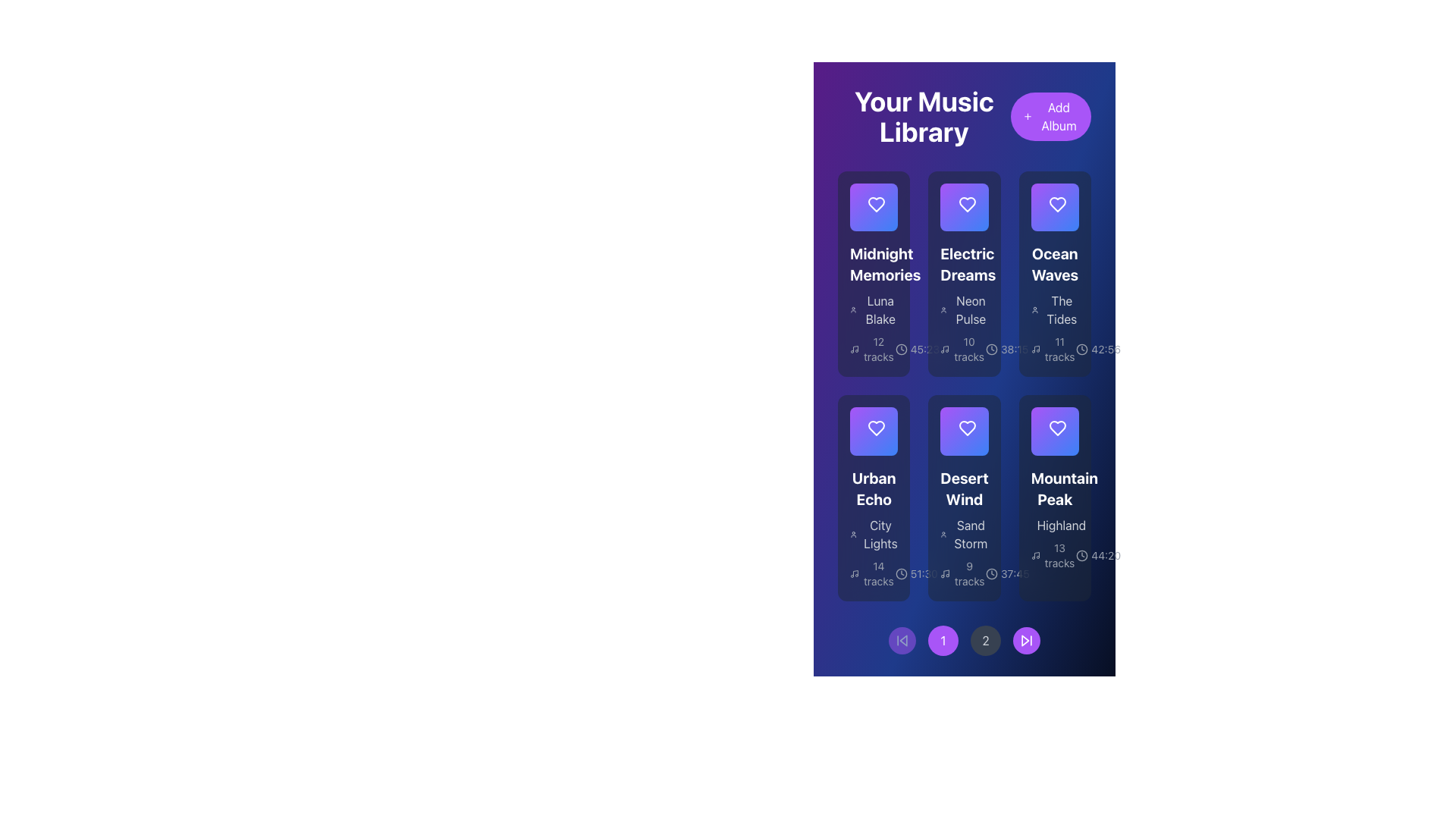 The width and height of the screenshot is (1456, 819). Describe the element at coordinates (874, 533) in the screenshot. I see `the Text label that serves as a secondary title for the album, located under 'Urban Echo' and above the track information in the Urban Echo card` at that location.